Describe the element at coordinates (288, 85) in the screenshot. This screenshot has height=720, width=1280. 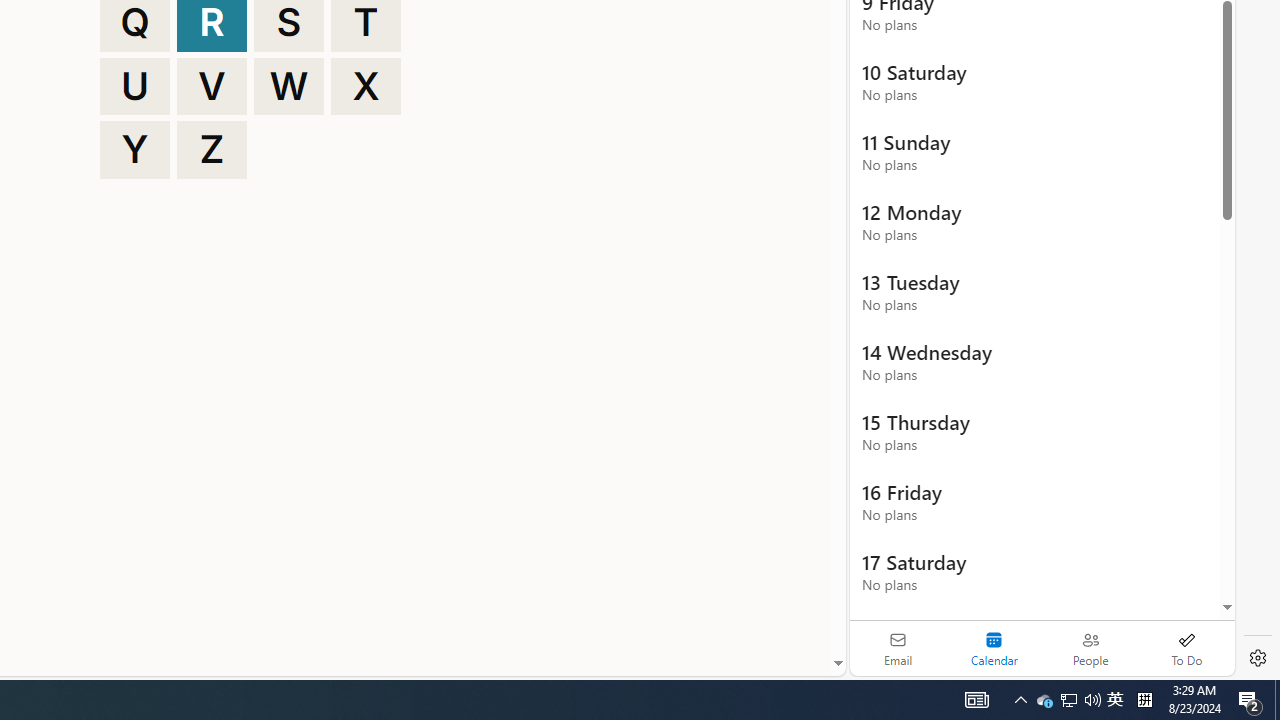
I see `'W'` at that location.